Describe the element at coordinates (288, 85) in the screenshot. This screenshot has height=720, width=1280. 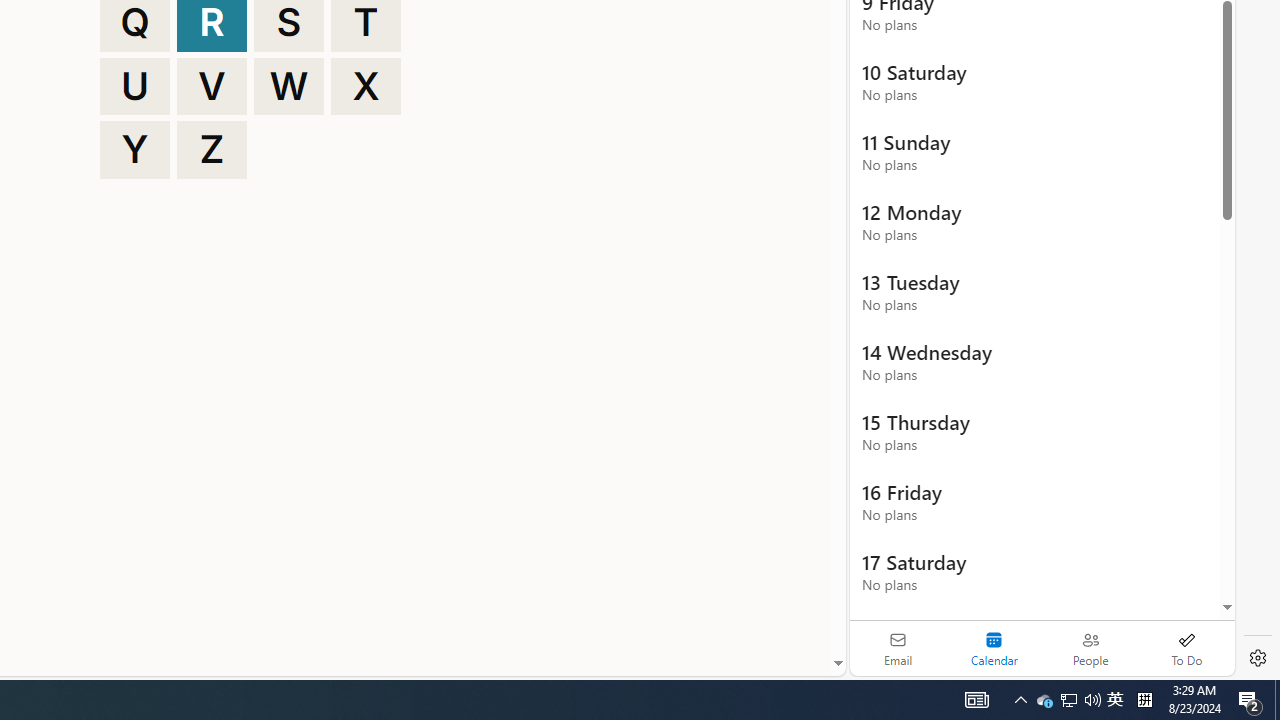
I see `'W'` at that location.